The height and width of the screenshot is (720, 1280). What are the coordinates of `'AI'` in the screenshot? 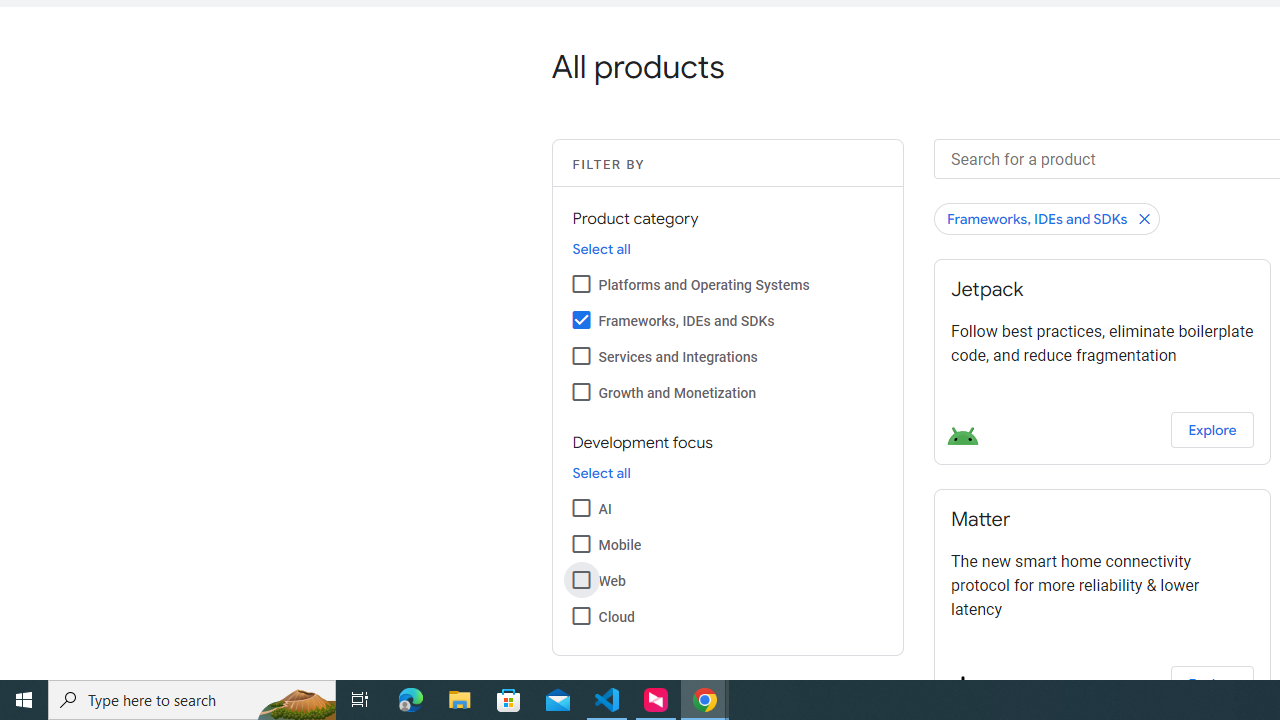 It's located at (580, 506).